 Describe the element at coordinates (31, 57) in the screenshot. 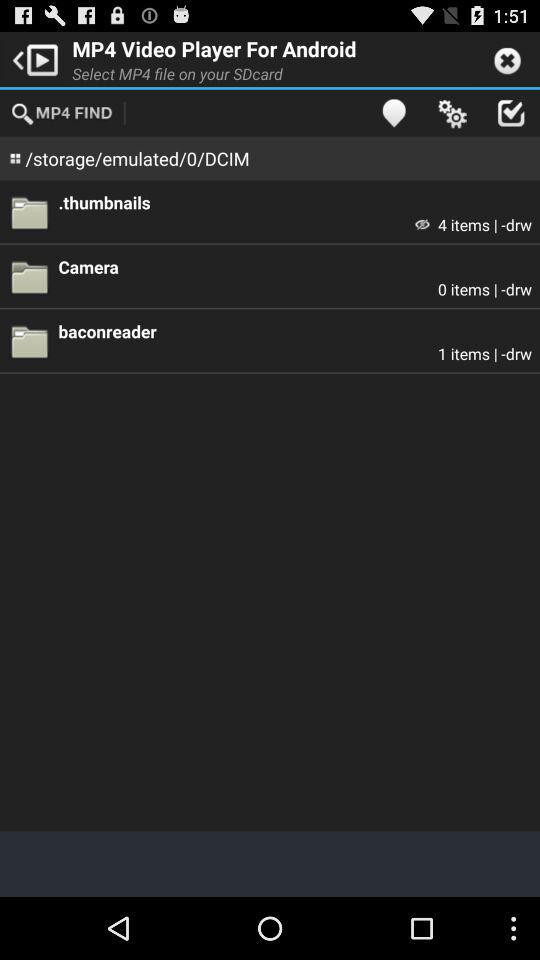

I see `app next to mp4 video player icon` at that location.